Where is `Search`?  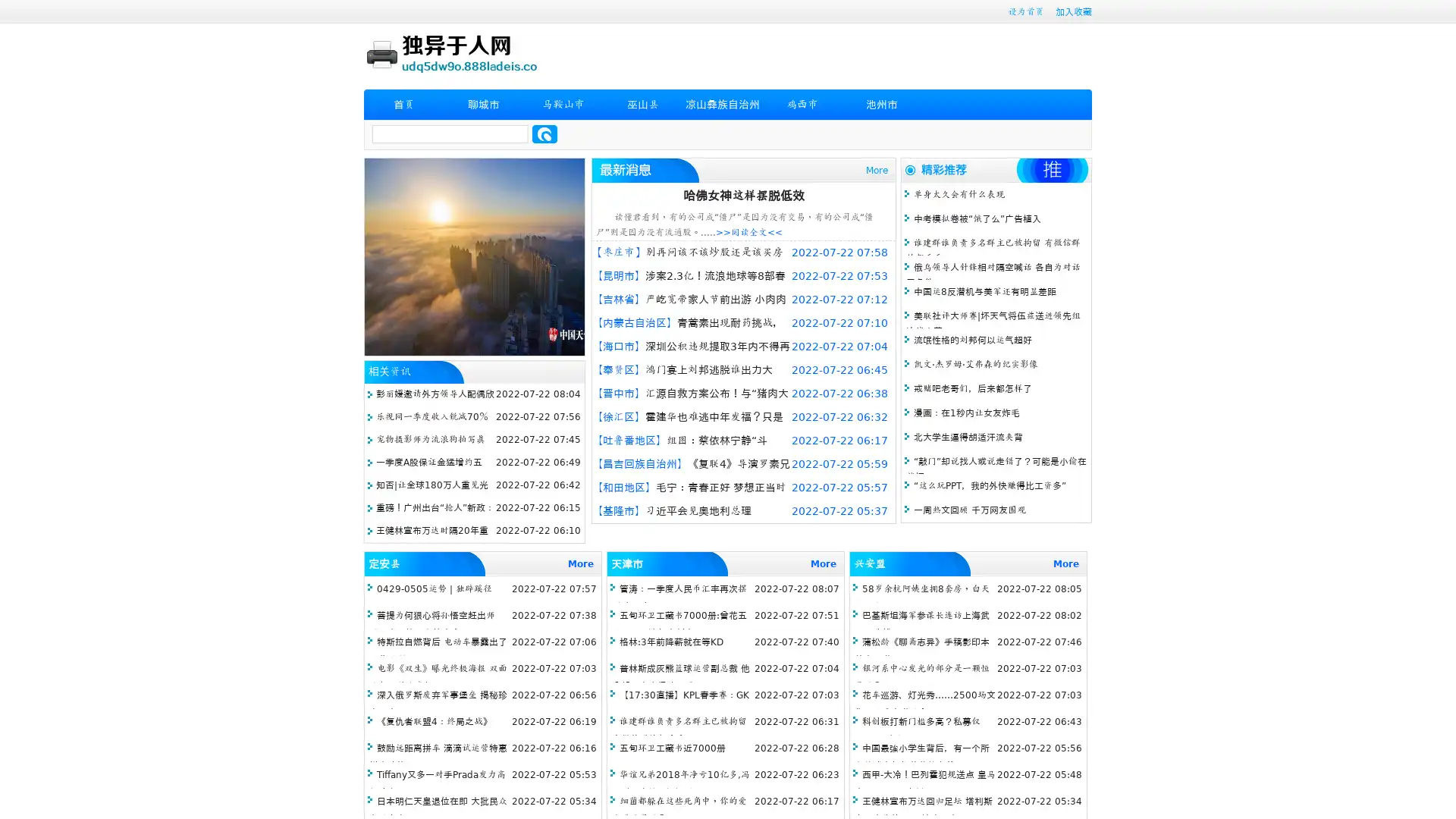 Search is located at coordinates (544, 133).